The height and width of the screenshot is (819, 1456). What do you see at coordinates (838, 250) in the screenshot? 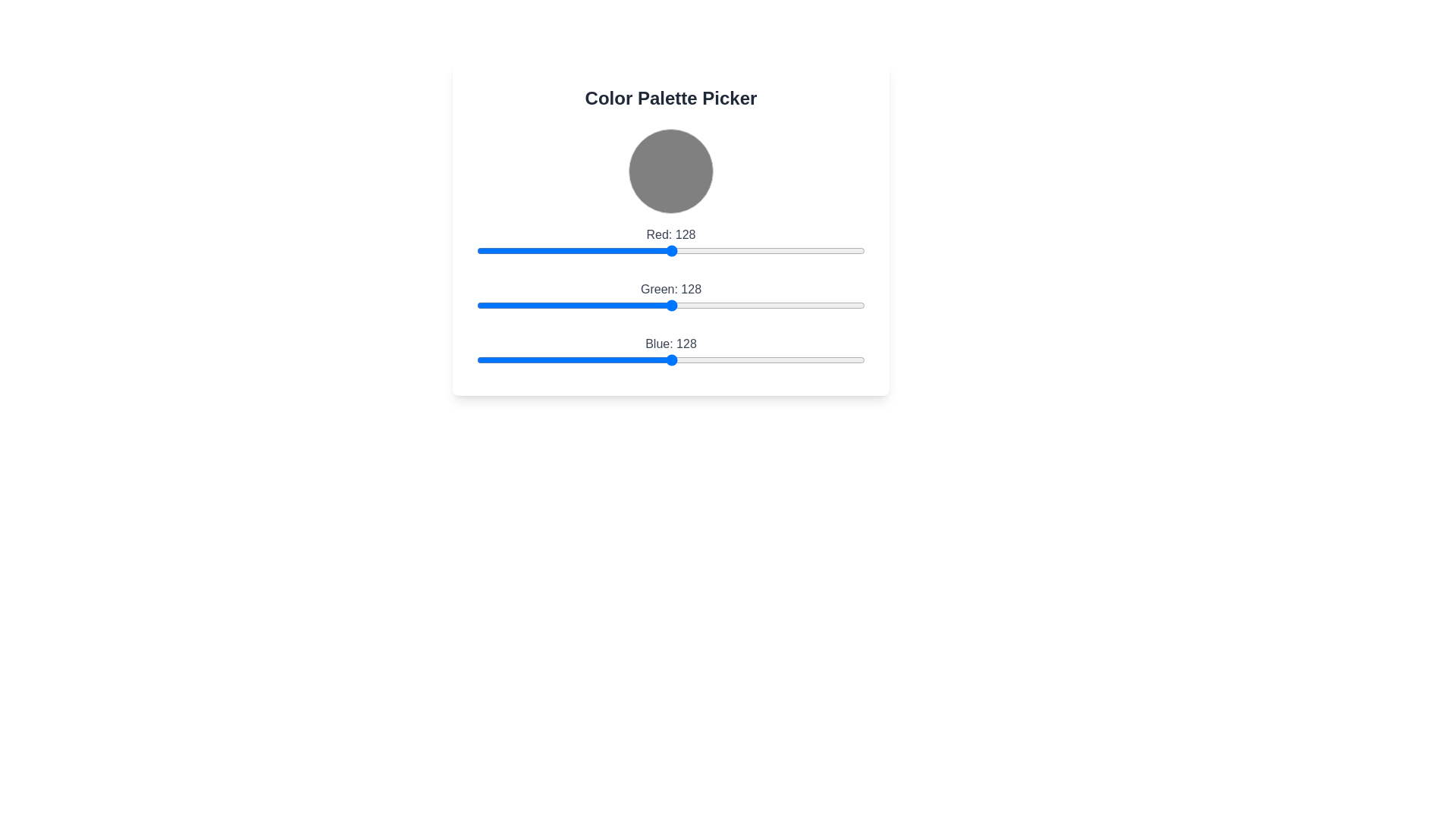
I see `the 'Red' color component` at bounding box center [838, 250].